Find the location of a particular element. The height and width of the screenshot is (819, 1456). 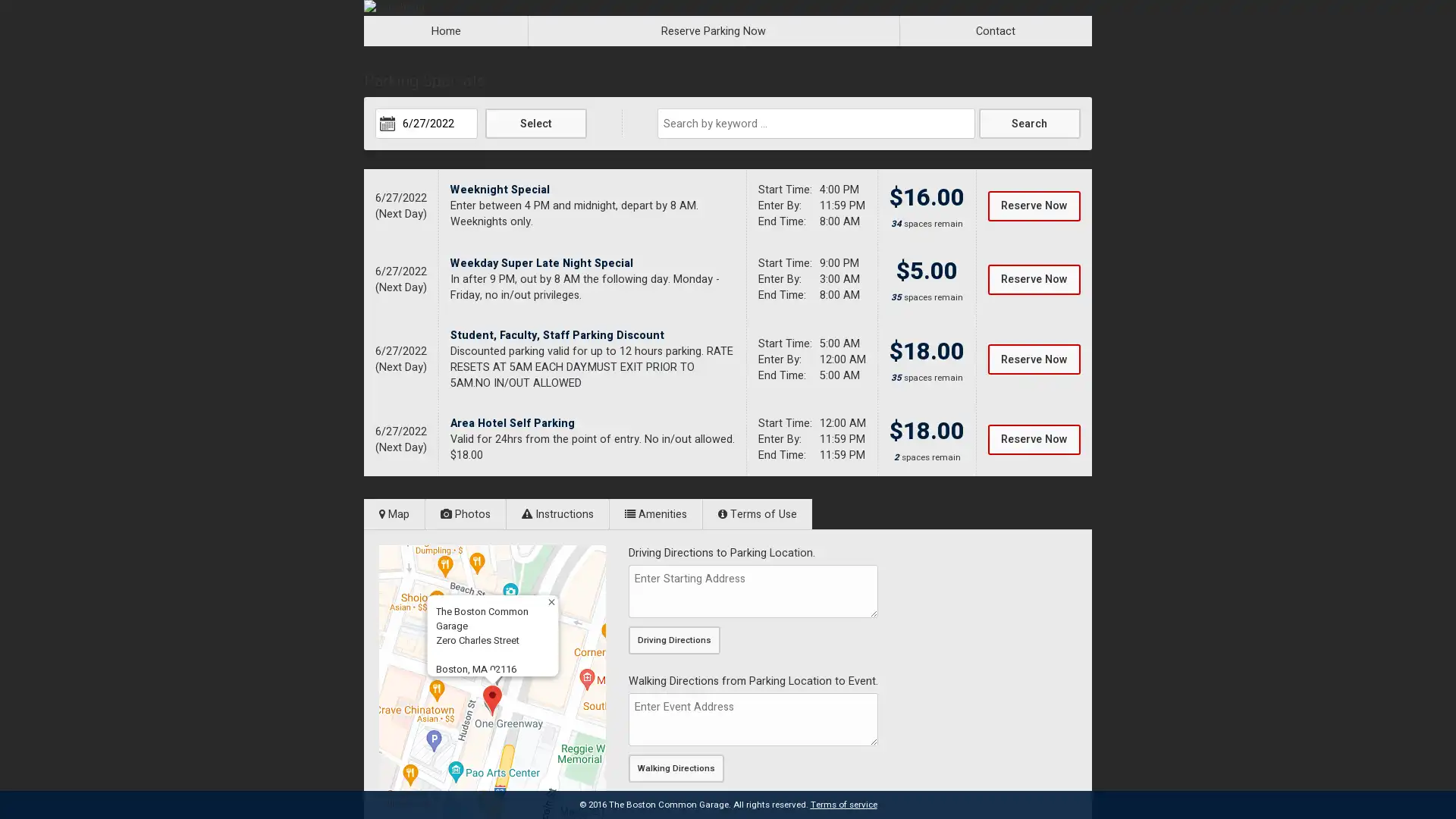

Walking Directions is located at coordinates (676, 768).